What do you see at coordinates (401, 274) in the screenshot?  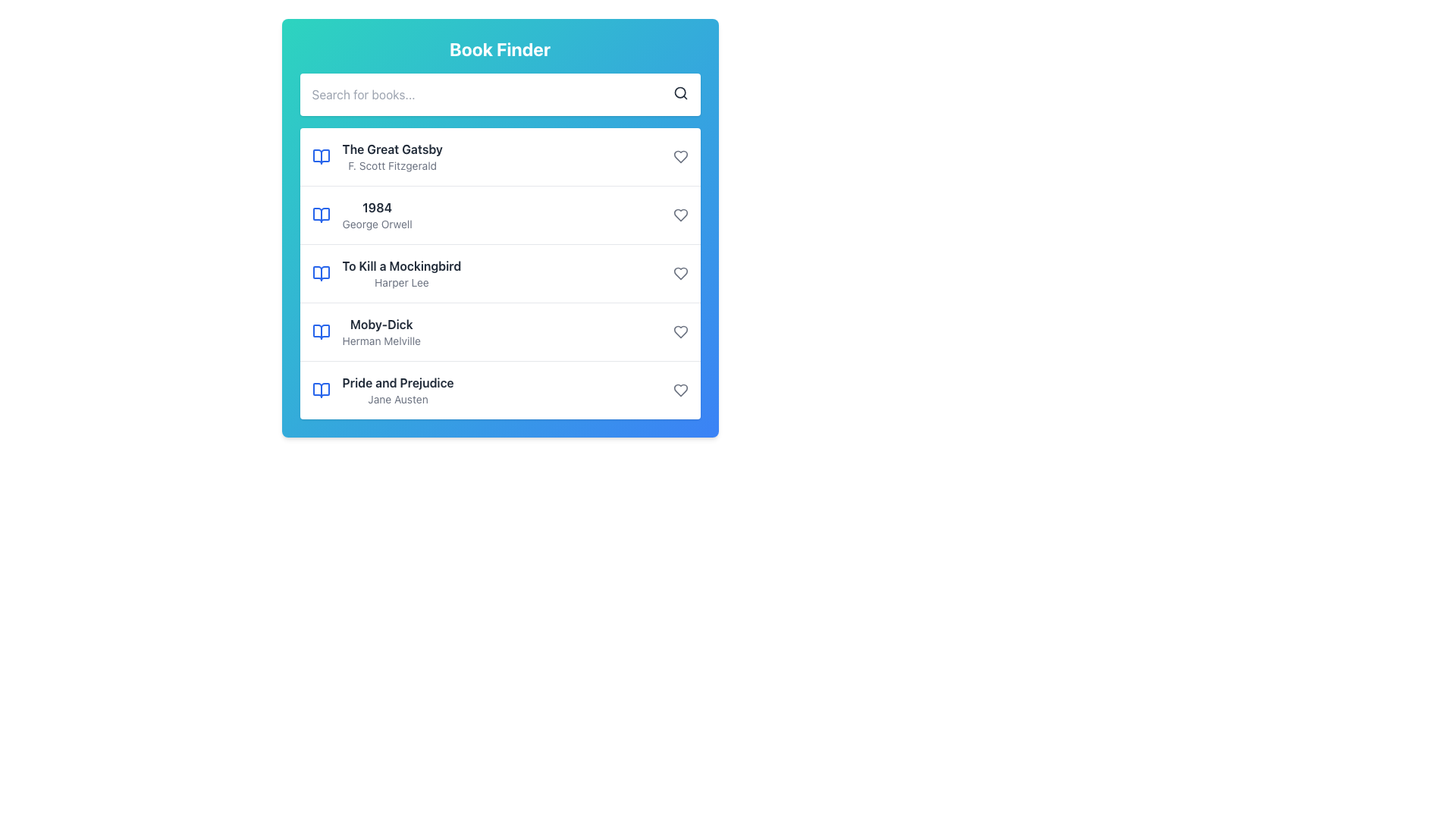 I see `the third entry` at bounding box center [401, 274].